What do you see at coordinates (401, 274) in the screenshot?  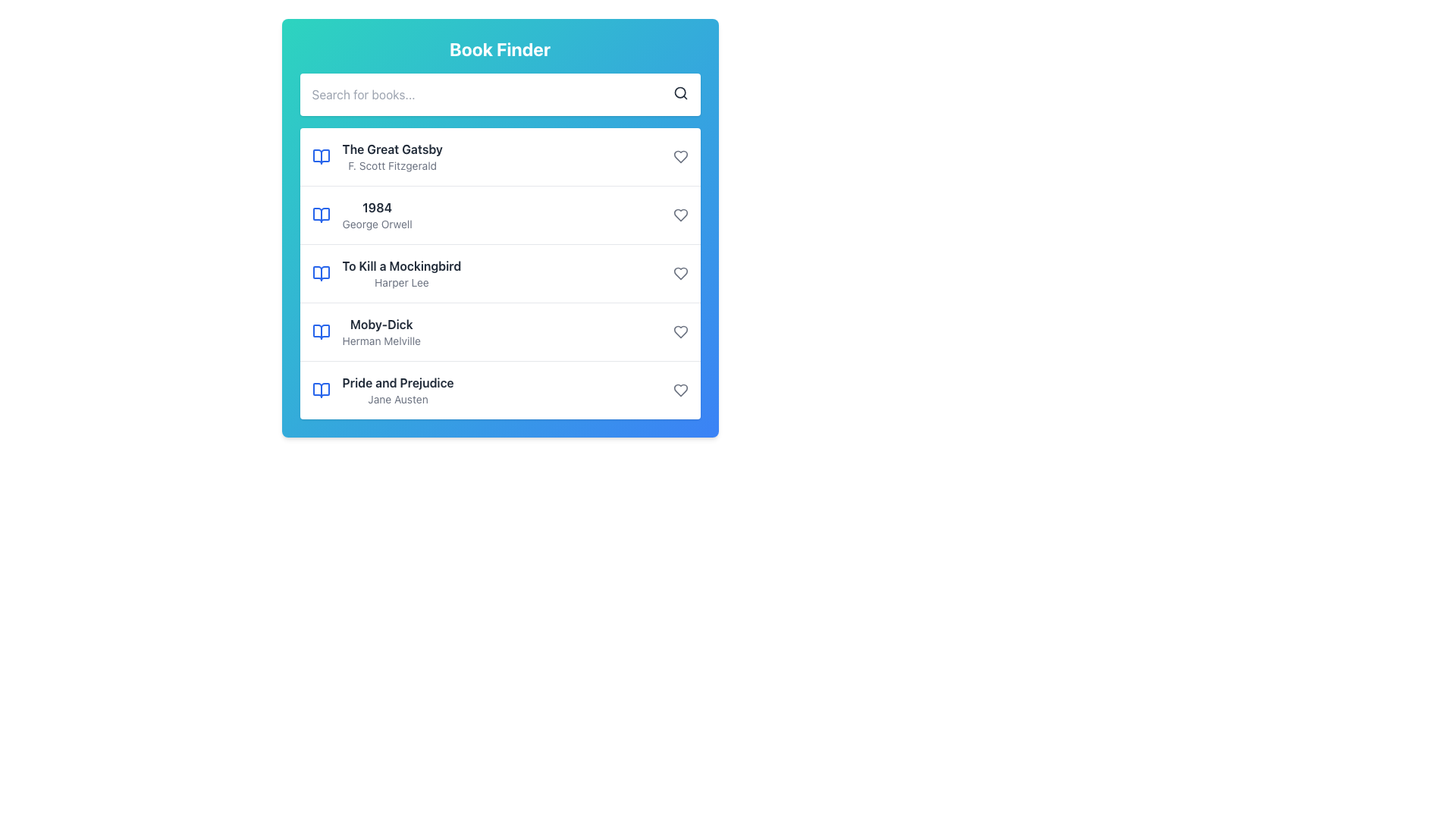 I see `the third entry` at bounding box center [401, 274].